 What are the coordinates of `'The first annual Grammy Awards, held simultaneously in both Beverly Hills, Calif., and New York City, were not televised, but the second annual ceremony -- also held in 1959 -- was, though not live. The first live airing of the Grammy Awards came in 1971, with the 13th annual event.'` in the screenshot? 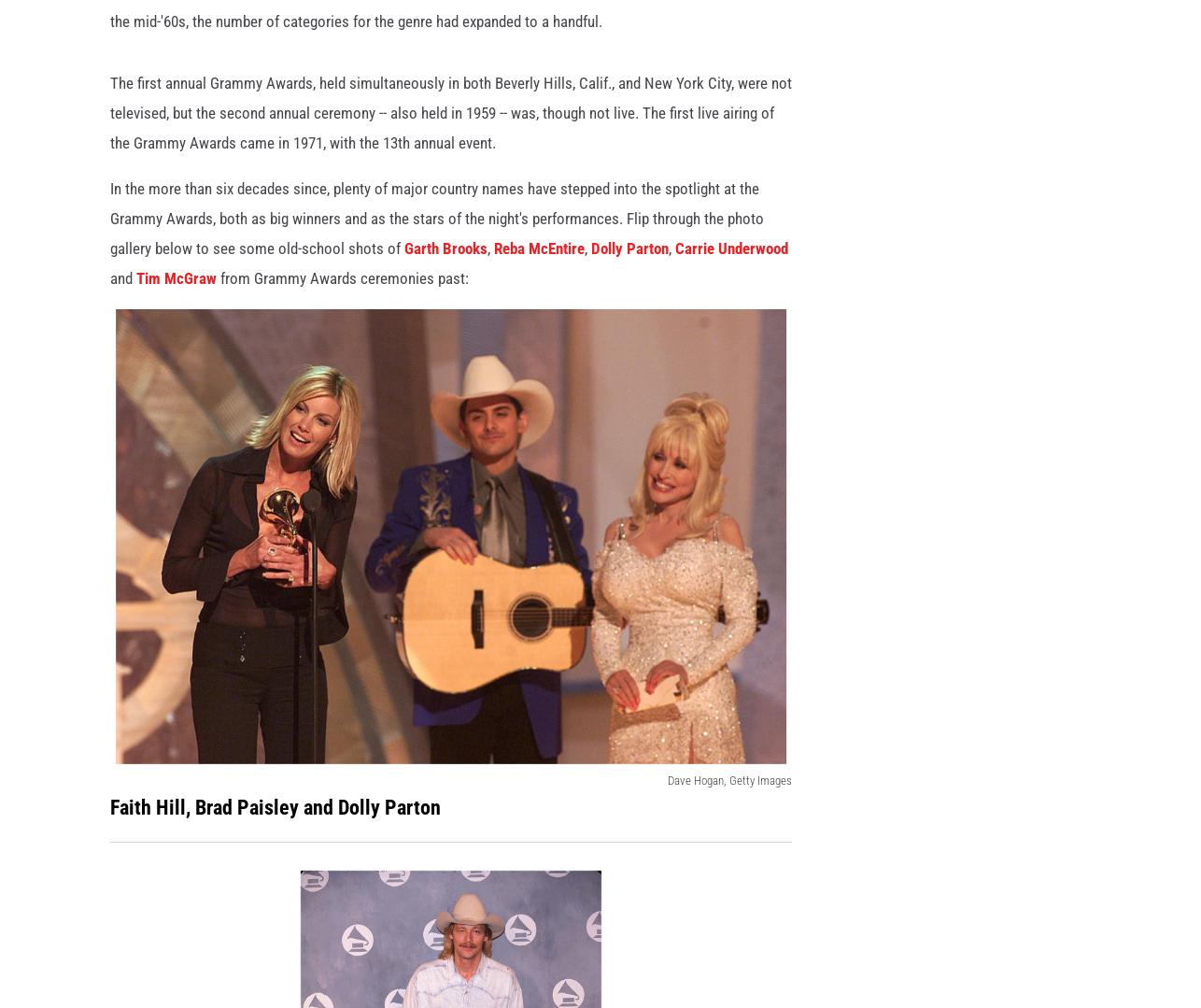 It's located at (110, 142).